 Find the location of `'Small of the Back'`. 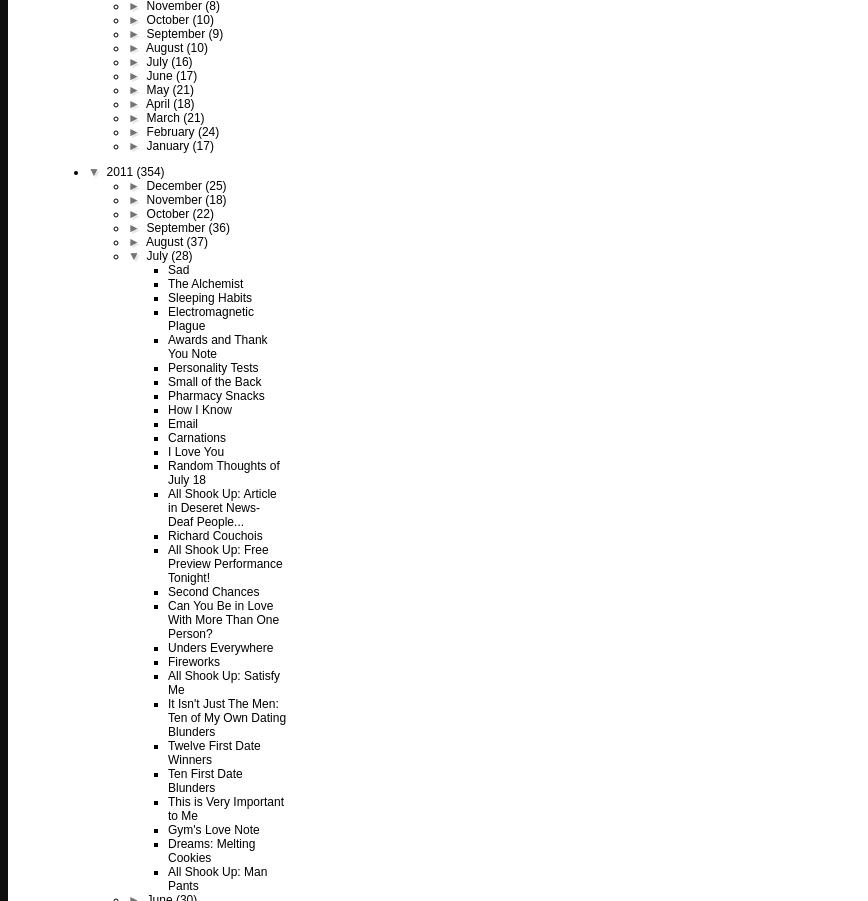

'Small of the Back' is located at coordinates (167, 381).